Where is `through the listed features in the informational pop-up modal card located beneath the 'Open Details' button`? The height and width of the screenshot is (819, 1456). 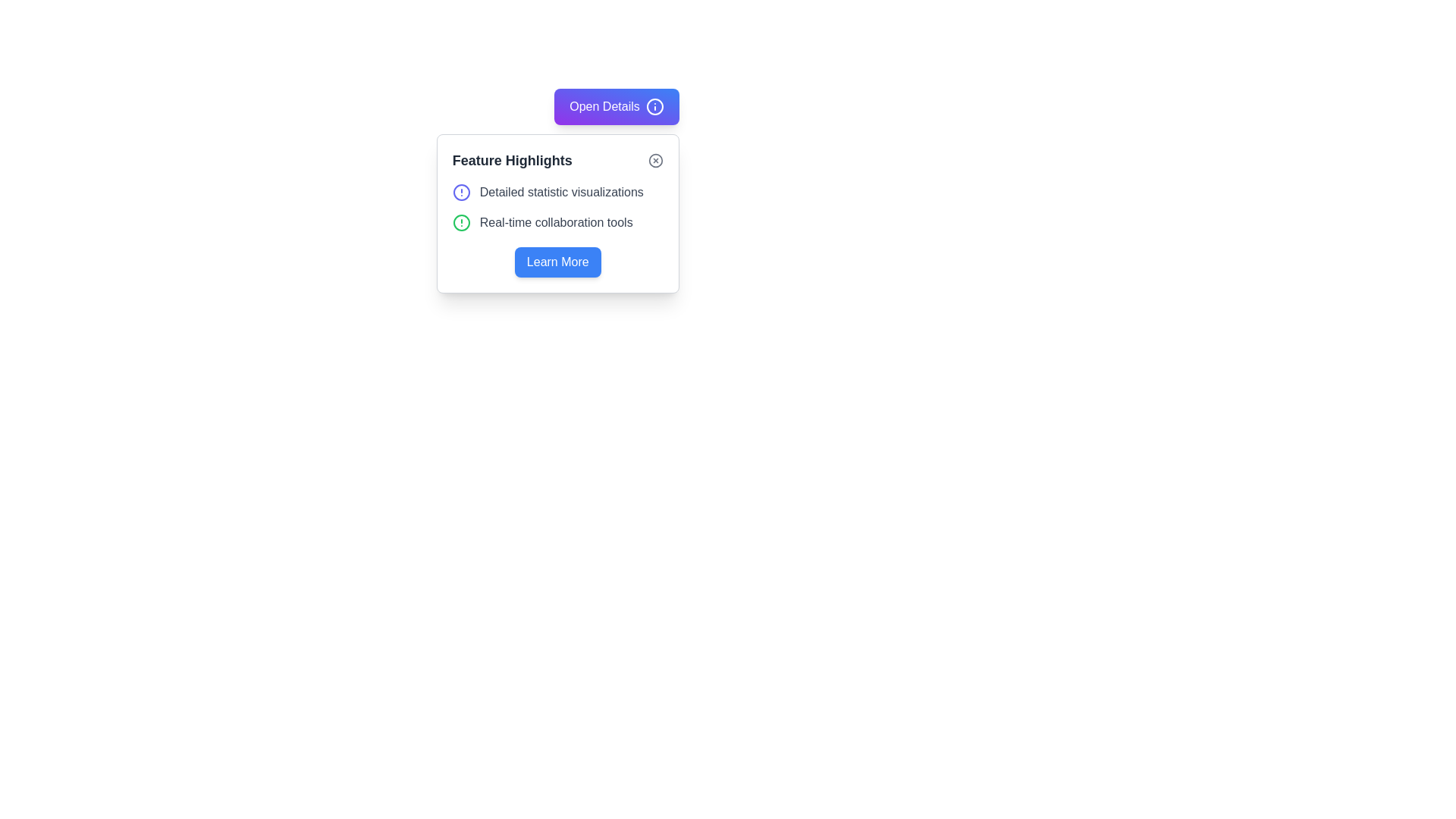 through the listed features in the informational pop-up modal card located beneath the 'Open Details' button is located at coordinates (557, 213).